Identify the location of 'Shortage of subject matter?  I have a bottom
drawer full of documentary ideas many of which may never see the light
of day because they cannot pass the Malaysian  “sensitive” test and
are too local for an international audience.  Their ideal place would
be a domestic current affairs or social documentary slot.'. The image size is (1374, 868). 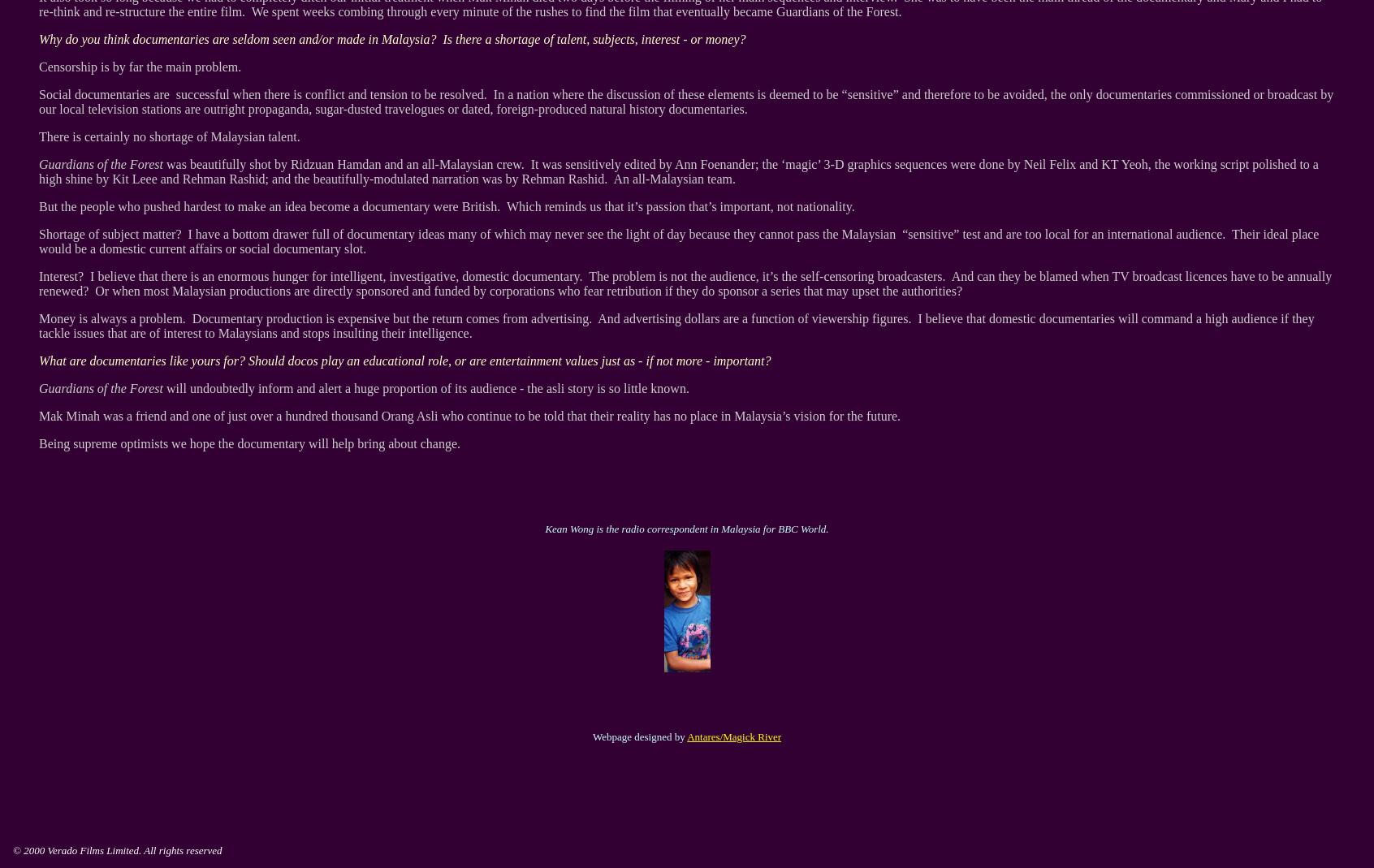
(38, 240).